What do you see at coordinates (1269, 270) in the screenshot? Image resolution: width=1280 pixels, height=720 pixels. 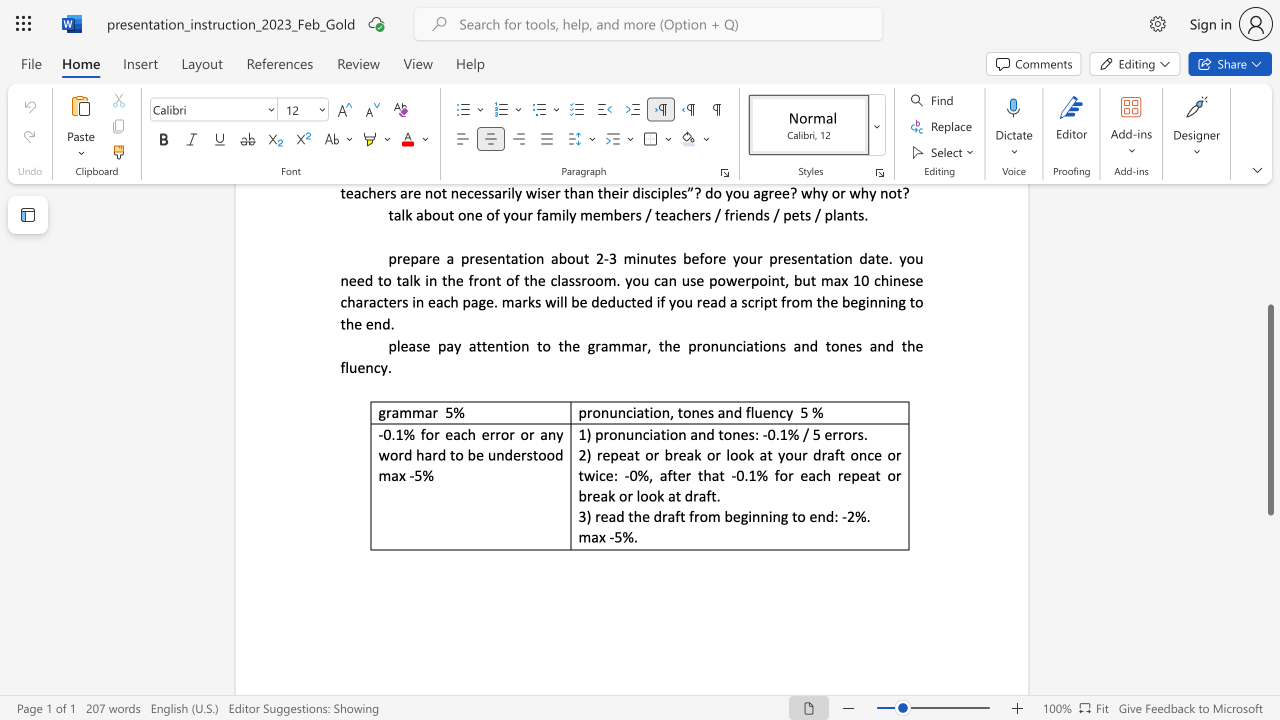 I see `the scrollbar to move the page upward` at bounding box center [1269, 270].